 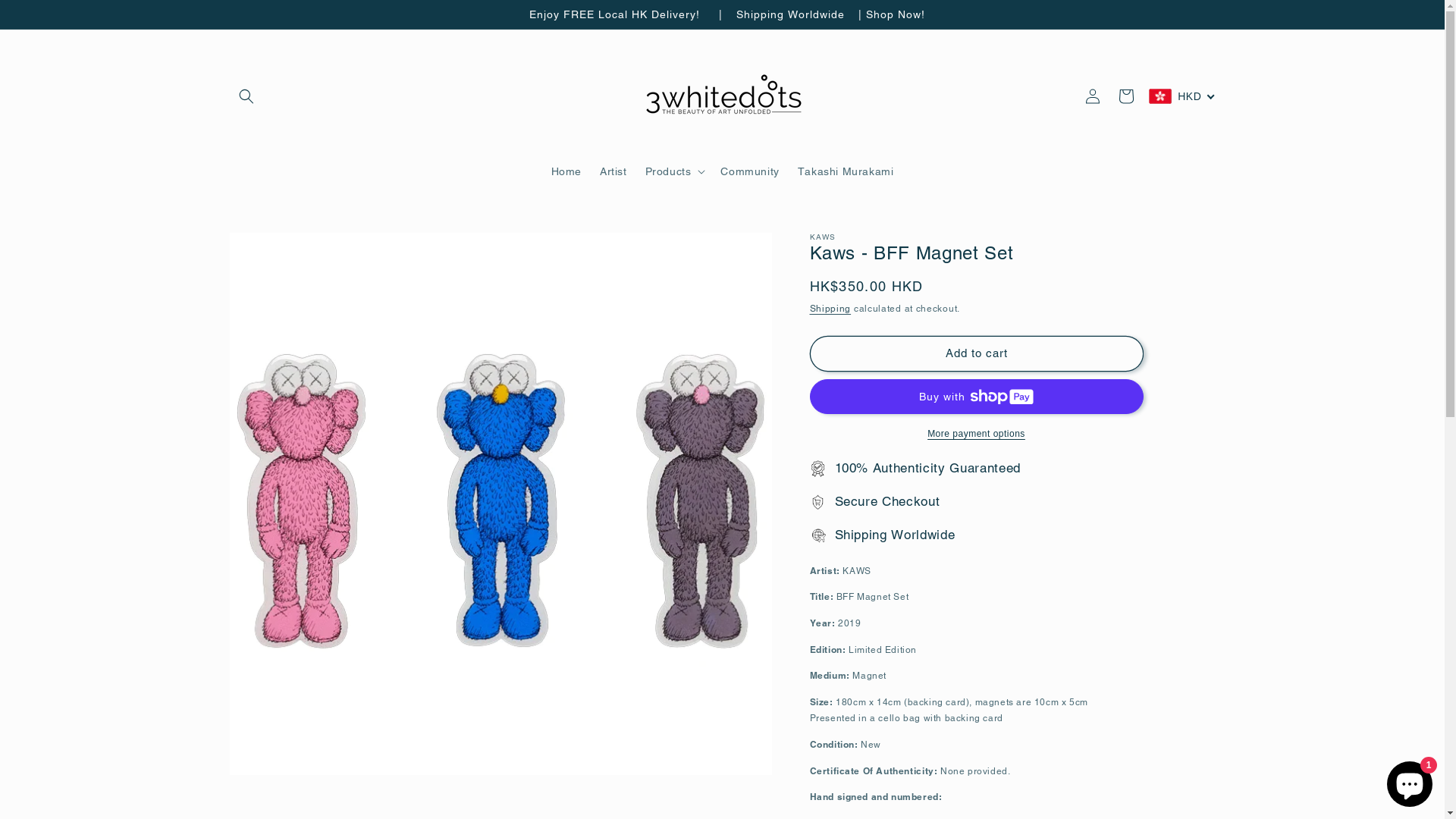 I want to click on 'Skip to product information', so click(x=275, y=249).